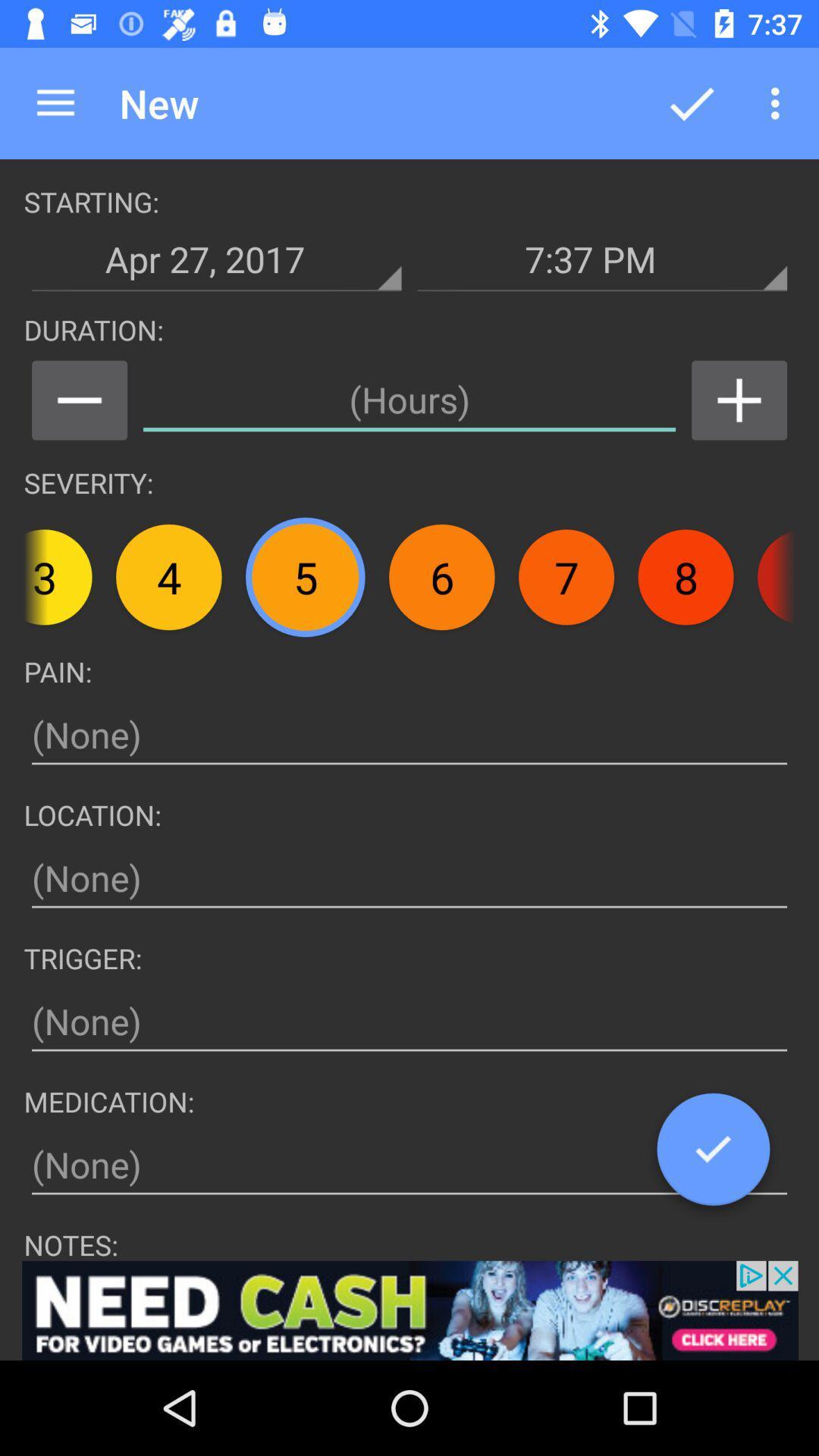 The height and width of the screenshot is (1456, 819). I want to click on the check icon, so click(713, 1154).